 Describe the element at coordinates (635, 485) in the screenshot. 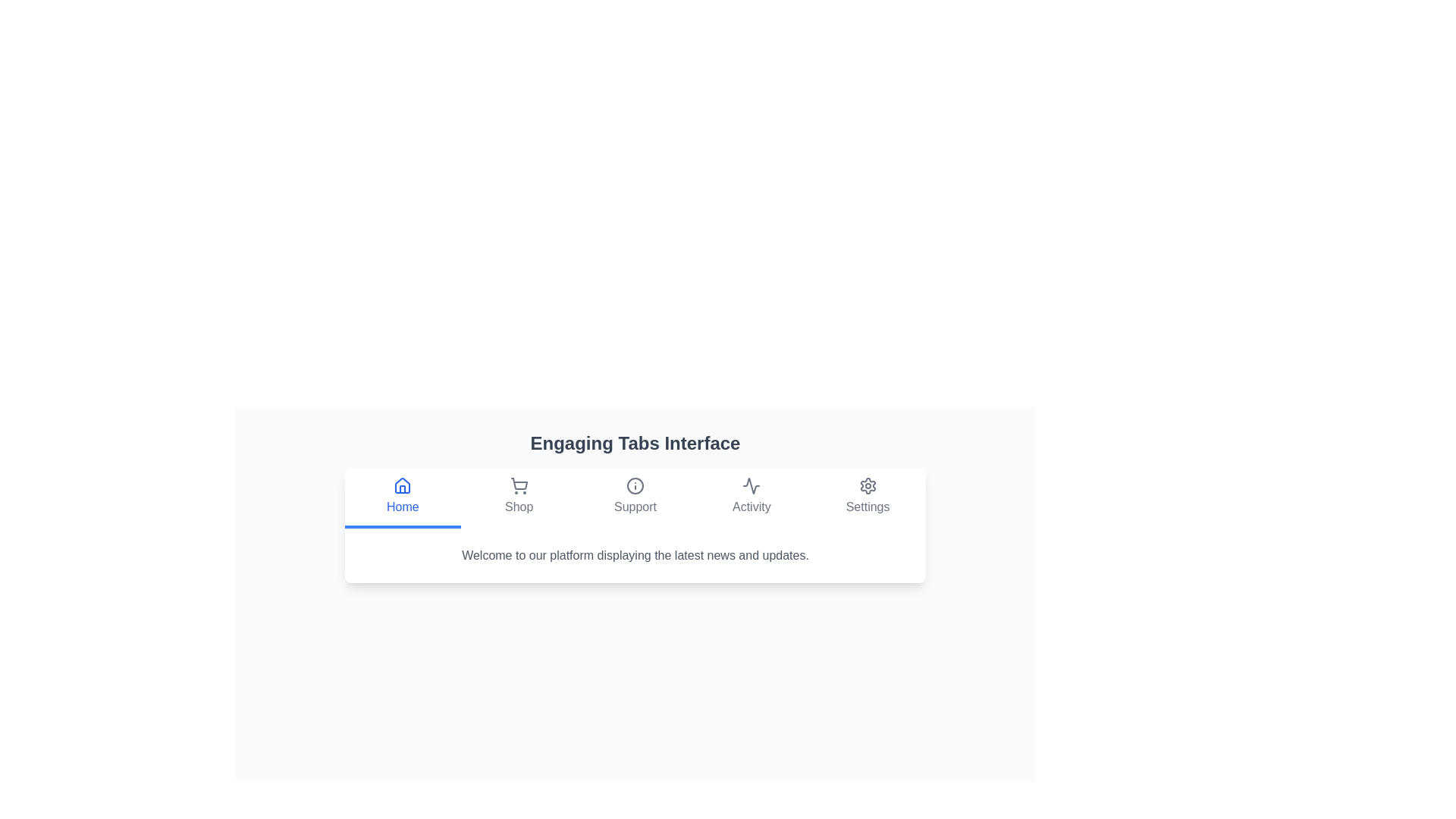

I see `the circular icon in the 'Support' tab of the navigation menu, which is styled with a clean and modern design` at that location.